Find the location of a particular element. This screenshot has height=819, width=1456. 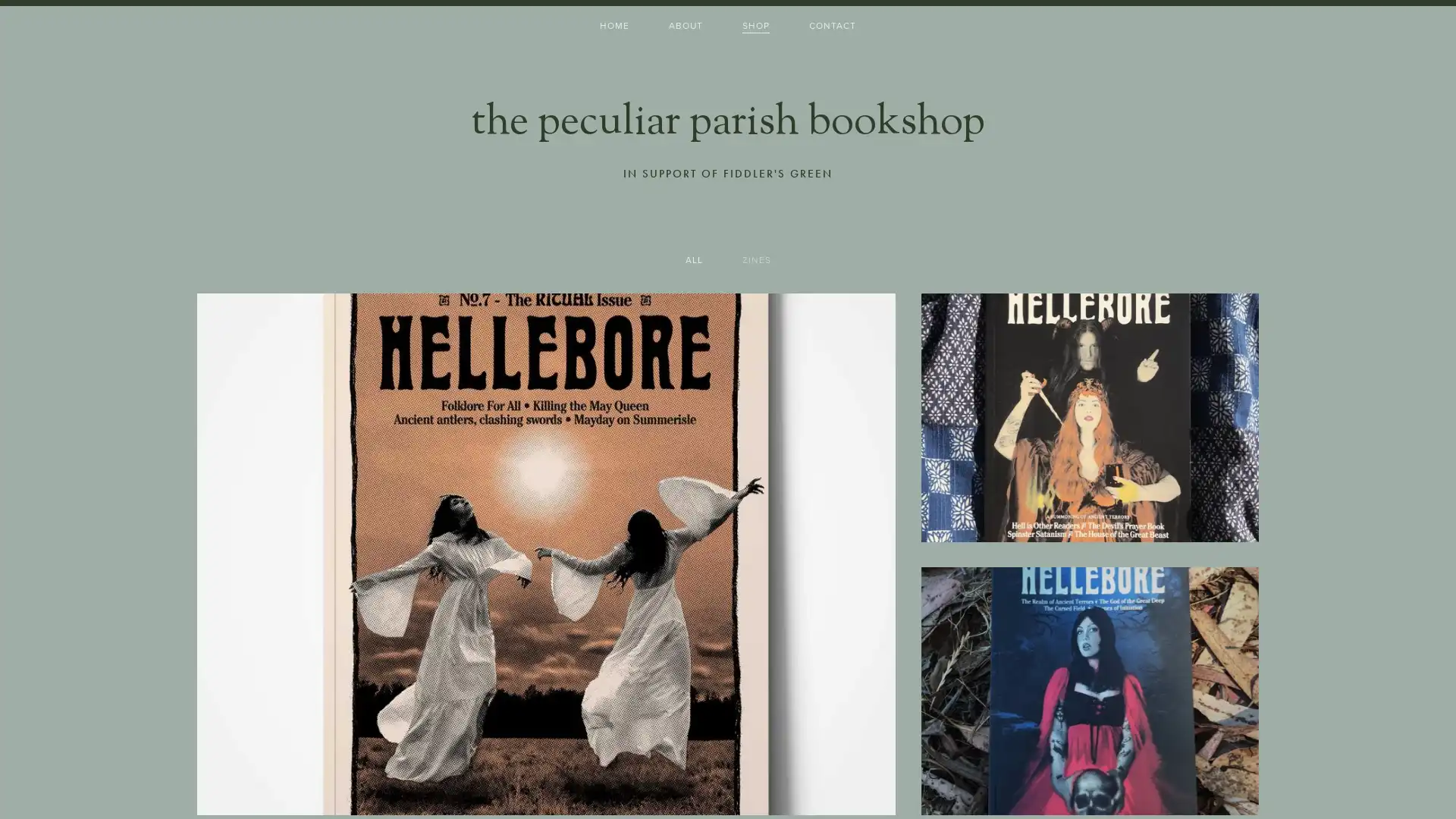

QUICK VIEW is located at coordinates (1088, 509).